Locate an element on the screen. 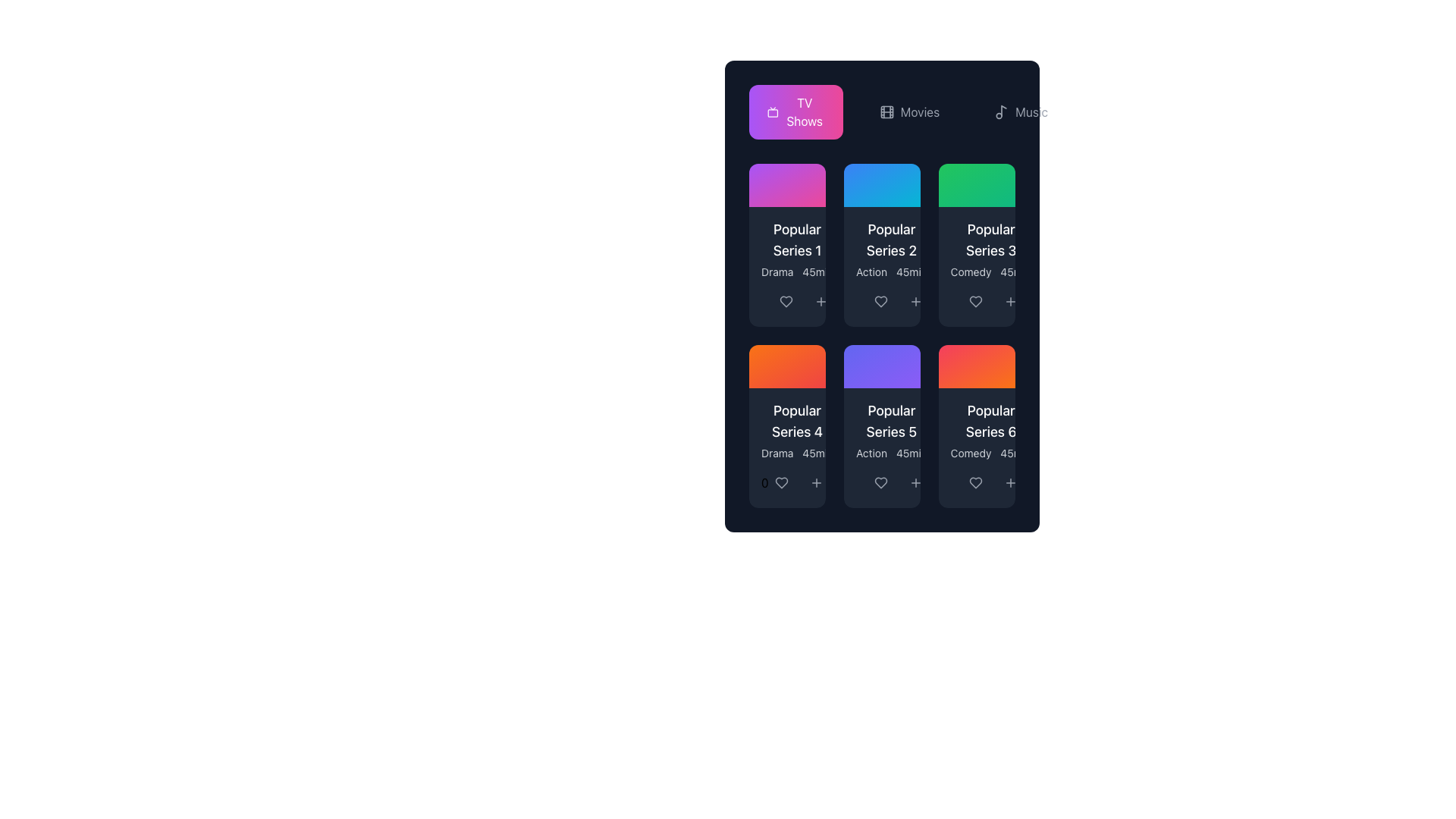 This screenshot has height=819, width=1456. the text label displaying 'Popular Series 6' in bold white font located in the bottom right card of the grid is located at coordinates (991, 421).